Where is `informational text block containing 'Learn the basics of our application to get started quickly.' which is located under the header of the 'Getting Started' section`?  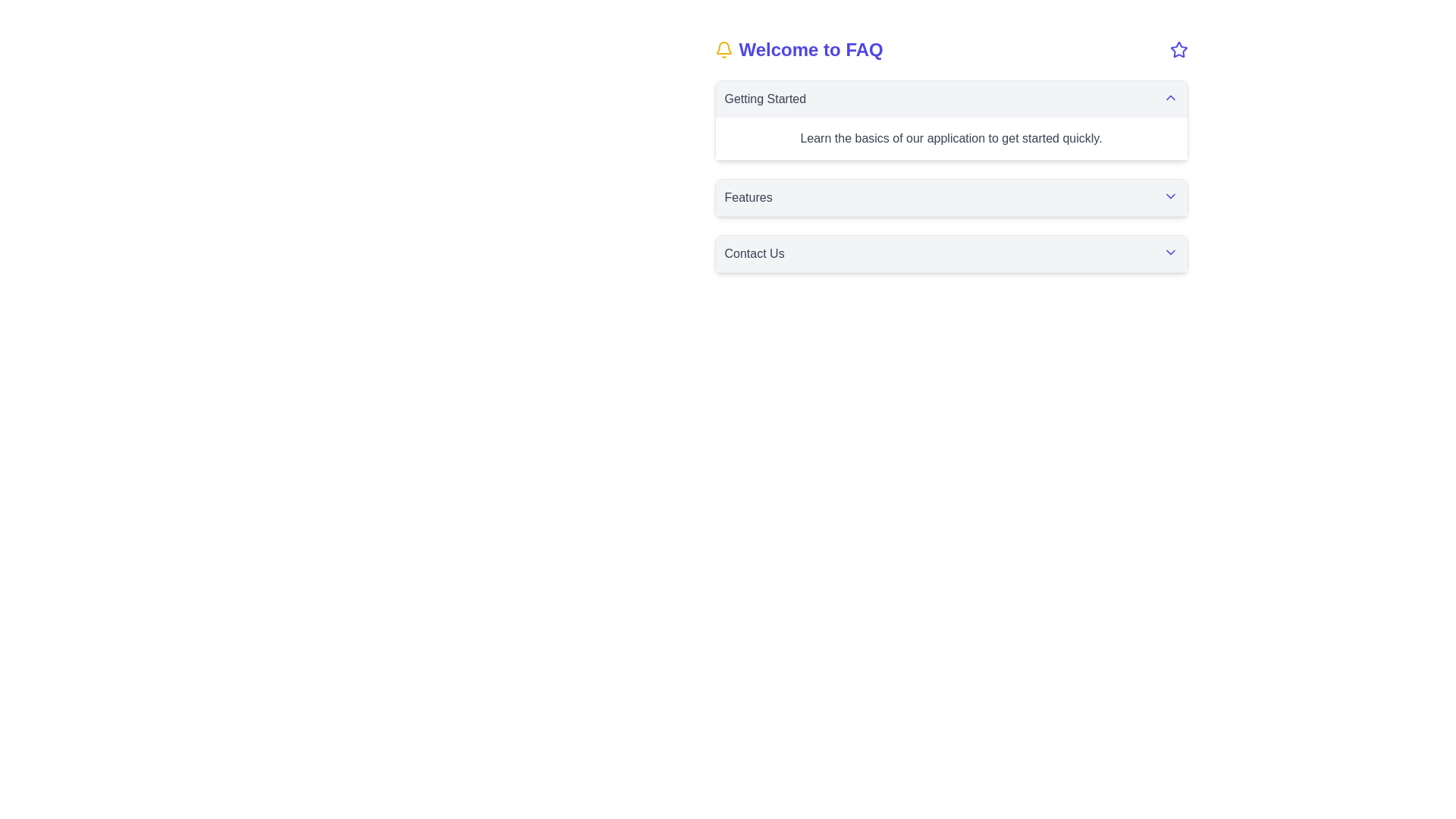
informational text block containing 'Learn the basics of our application to get started quickly.' which is located under the header of the 'Getting Started' section is located at coordinates (950, 138).